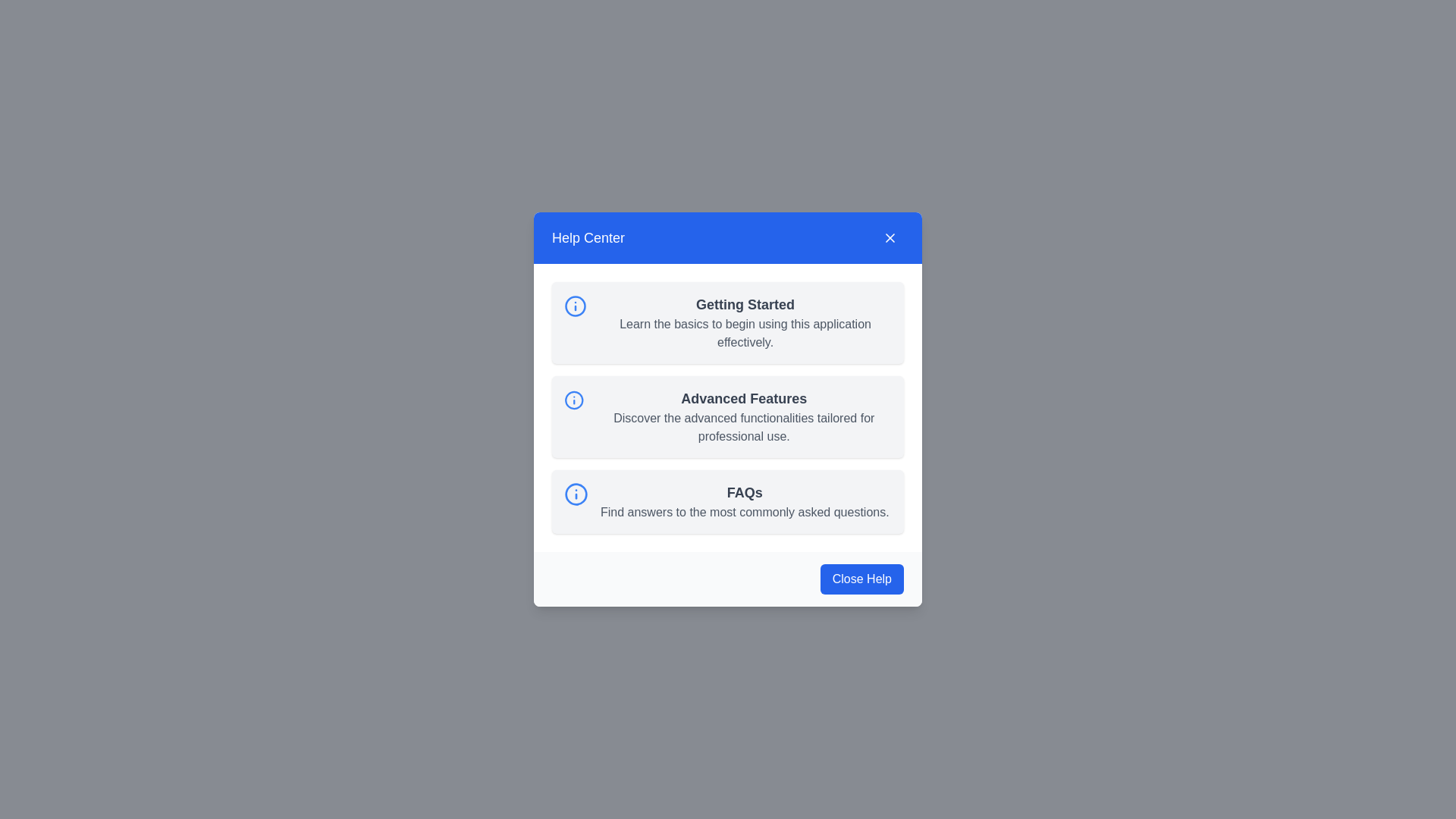 The height and width of the screenshot is (819, 1456). Describe the element at coordinates (745, 512) in the screenshot. I see `the static text label that contains the phrase 'Find answers to the most commonly asked questions.' located beneath the 'FAQs' headline in the Help Center interface` at that location.